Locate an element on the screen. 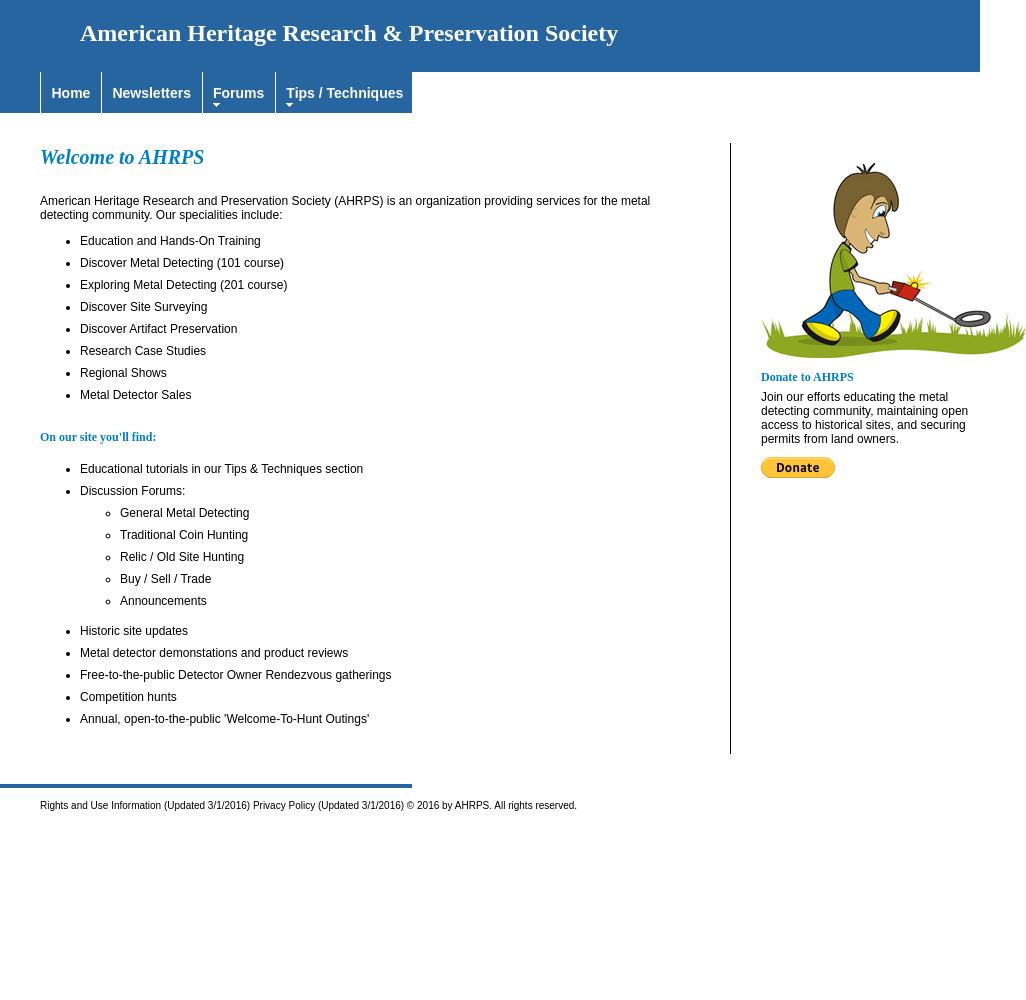 This screenshot has width=1026, height=1000. 'Annual, open-to-the-public 'Welcome-To-Hunt Outings'' is located at coordinates (224, 718).